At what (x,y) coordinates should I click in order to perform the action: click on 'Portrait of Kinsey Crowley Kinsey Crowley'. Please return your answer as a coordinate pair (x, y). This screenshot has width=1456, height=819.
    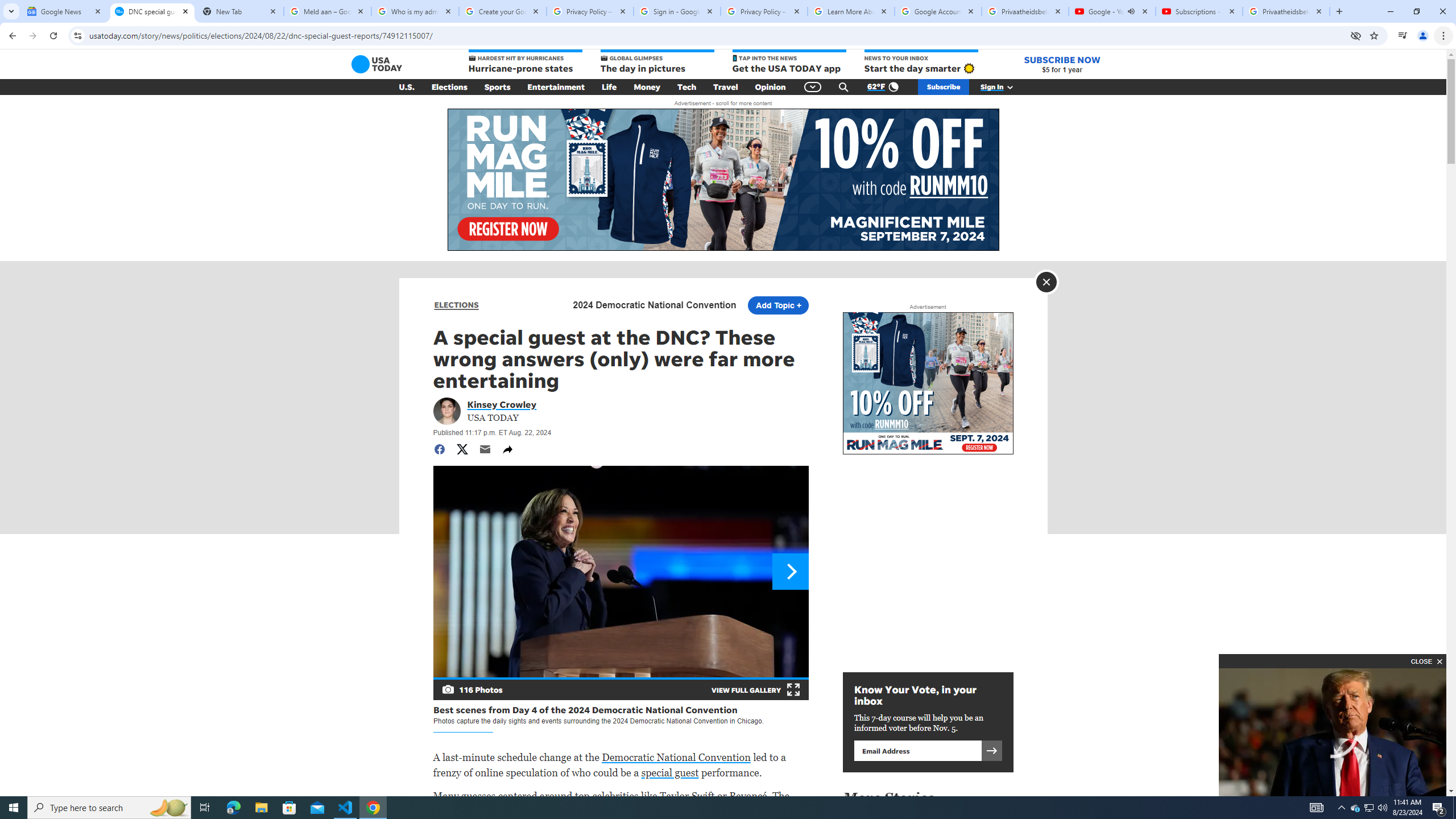
    Looking at the image, I should click on (502, 404).